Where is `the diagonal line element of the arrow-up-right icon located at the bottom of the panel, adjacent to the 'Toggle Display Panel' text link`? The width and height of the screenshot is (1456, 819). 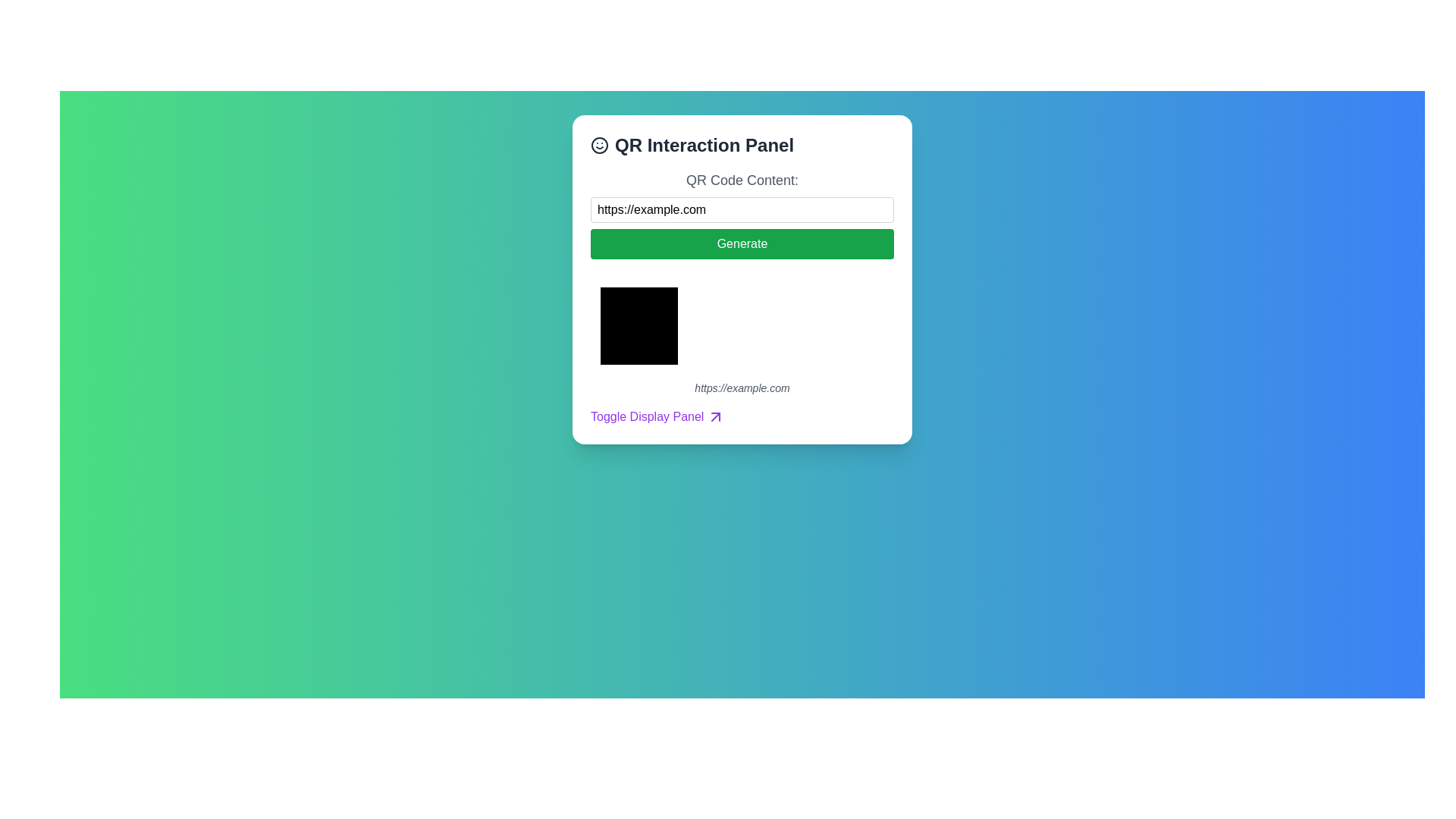
the diagonal line element of the arrow-up-right icon located at the bottom of the panel, adjacent to the 'Toggle Display Panel' text link is located at coordinates (715, 417).